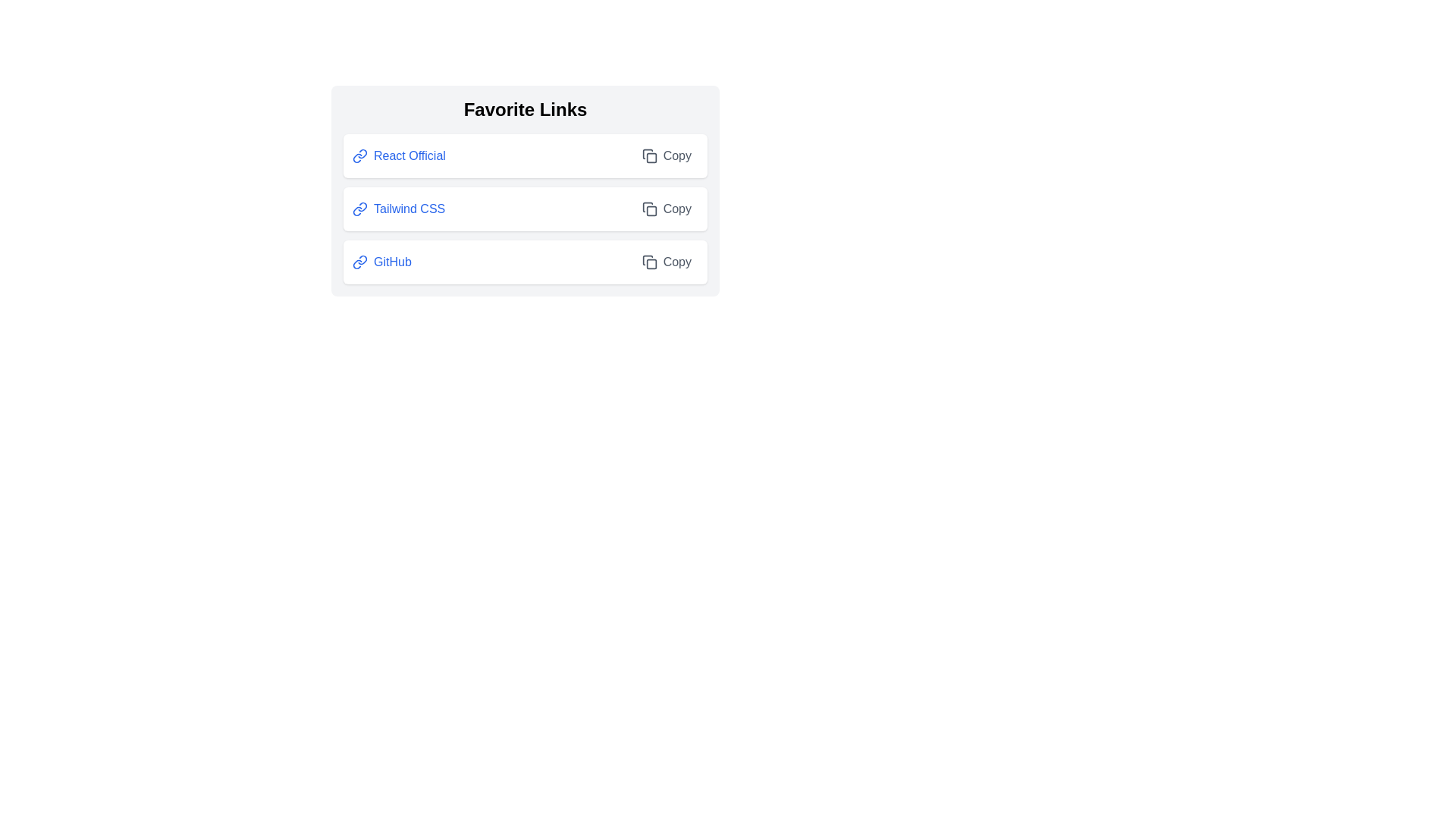  I want to click on the 'GitHub' link text, which is styled in blue and is the third item in the 'Favorite Links' section, to follow the link, so click(392, 262).